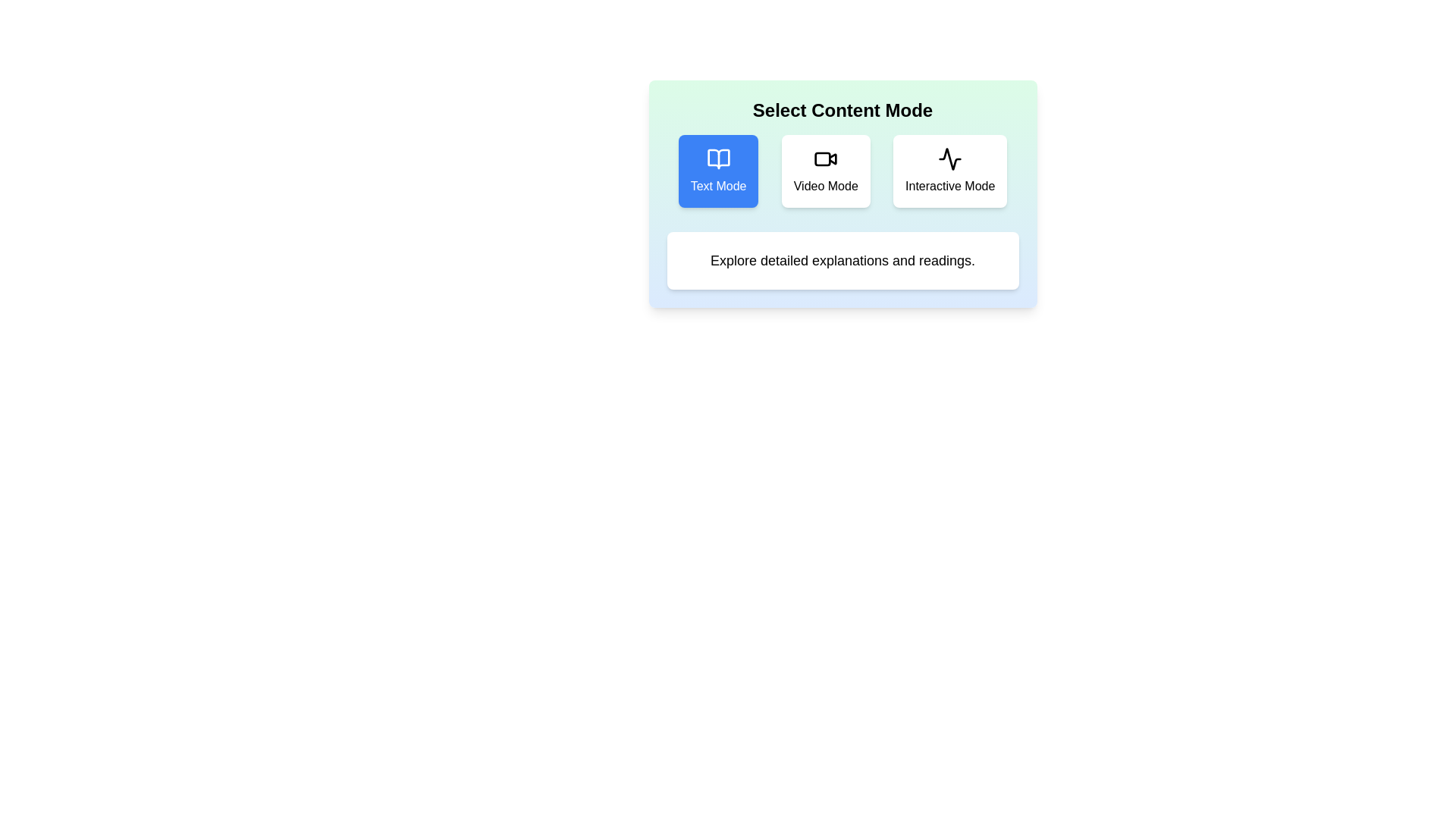 This screenshot has height=819, width=1456. I want to click on the Video Mode button to see its hover effect, so click(825, 171).